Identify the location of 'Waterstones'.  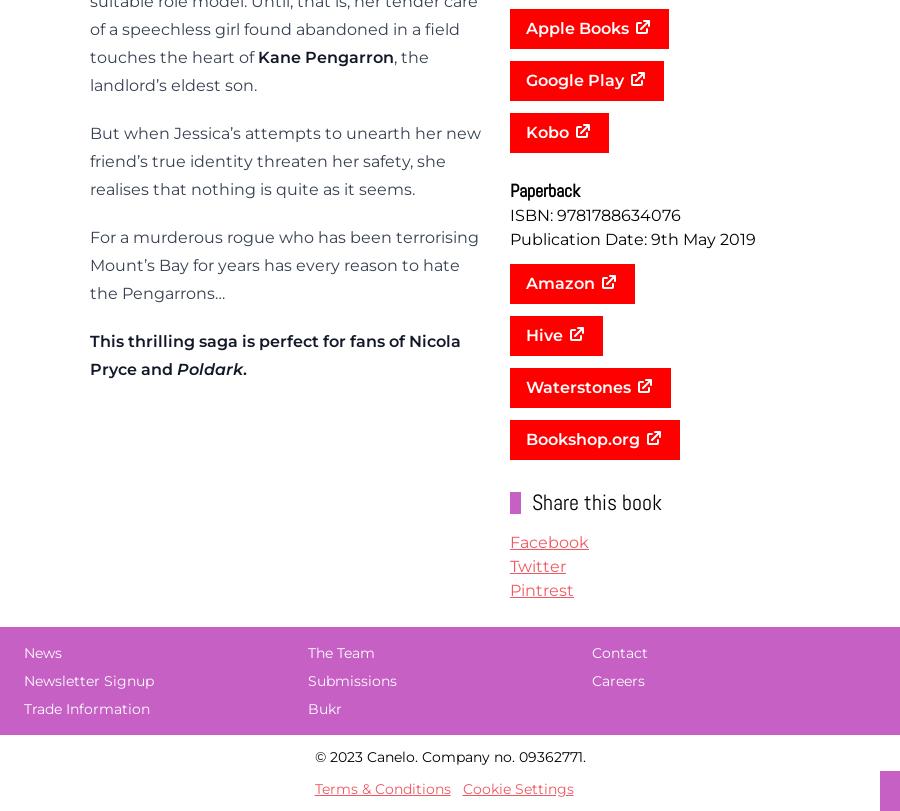
(578, 387).